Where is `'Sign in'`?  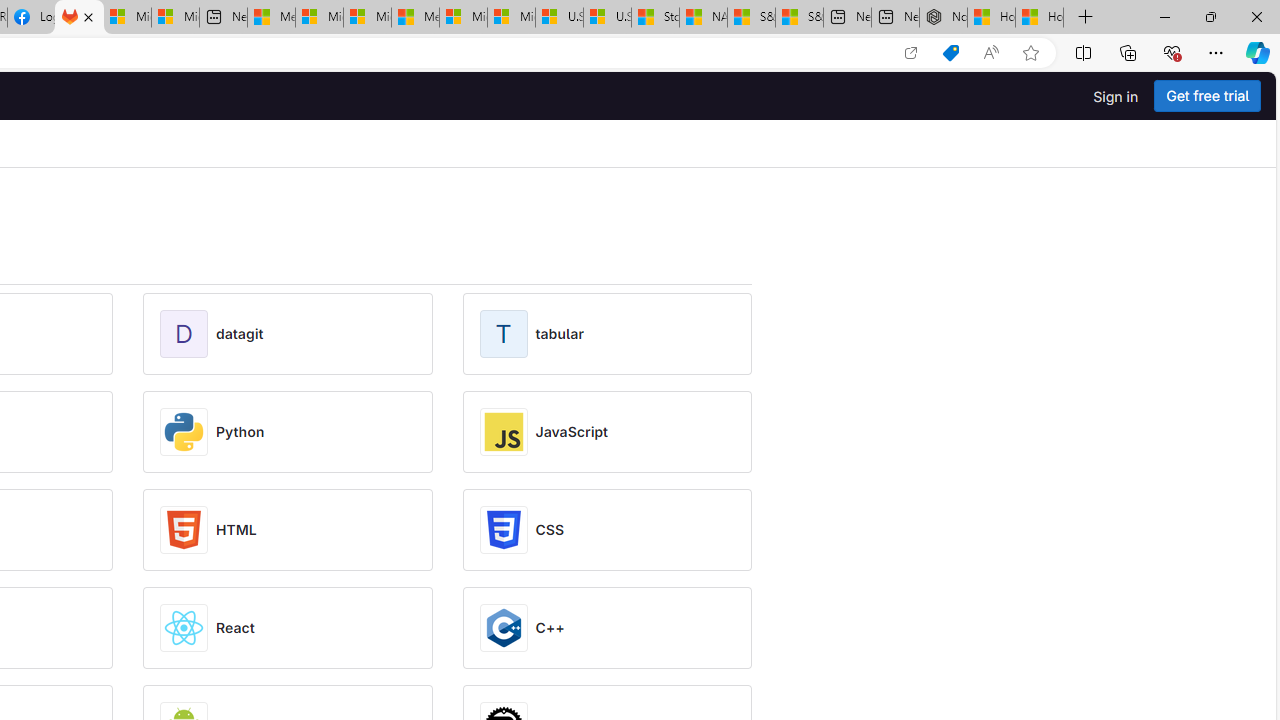 'Sign in' is located at coordinates (1115, 96).